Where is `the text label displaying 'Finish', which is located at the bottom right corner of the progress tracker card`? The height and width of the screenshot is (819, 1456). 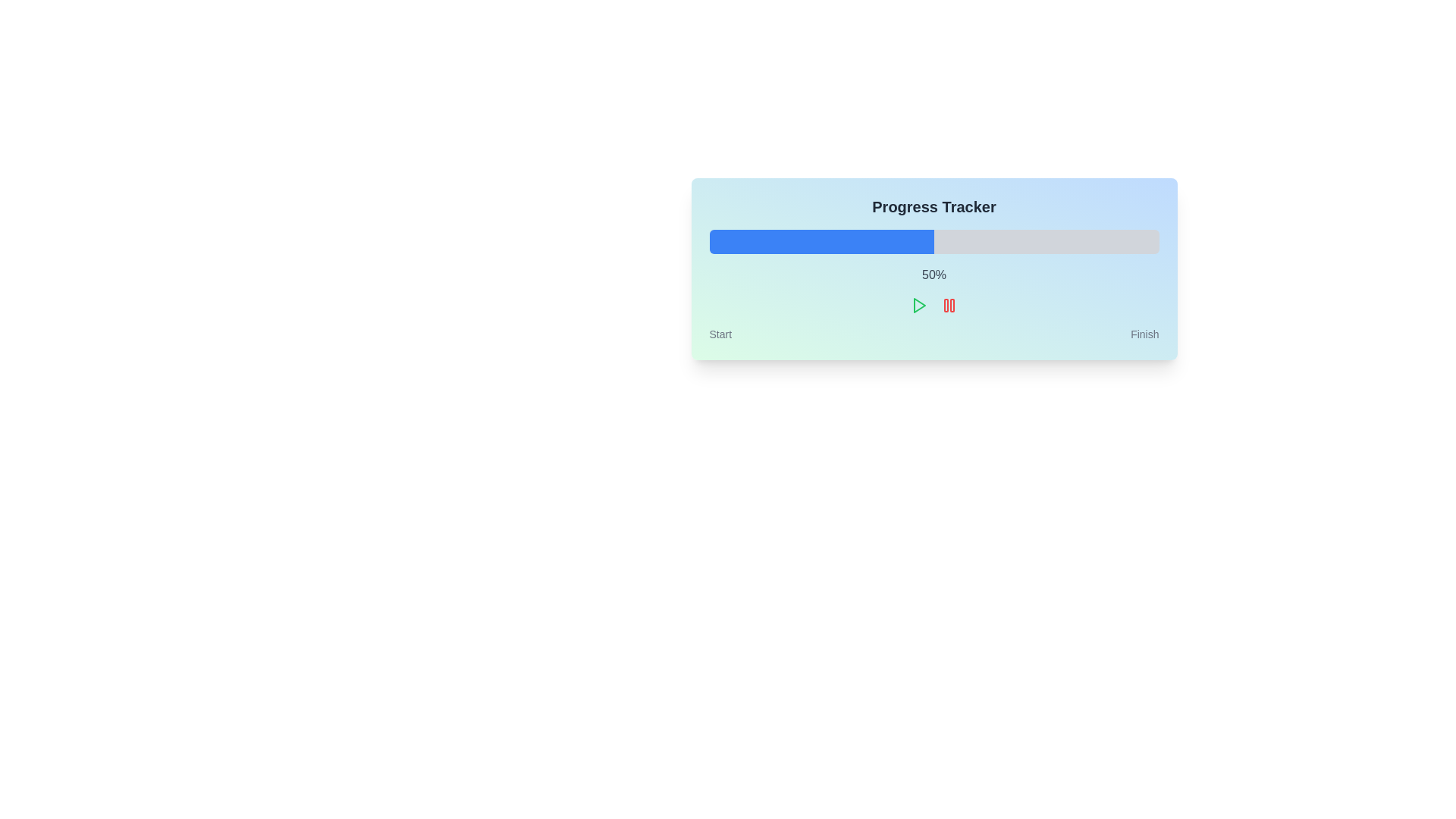
the text label displaying 'Finish', which is located at the bottom right corner of the progress tracker card is located at coordinates (1144, 333).